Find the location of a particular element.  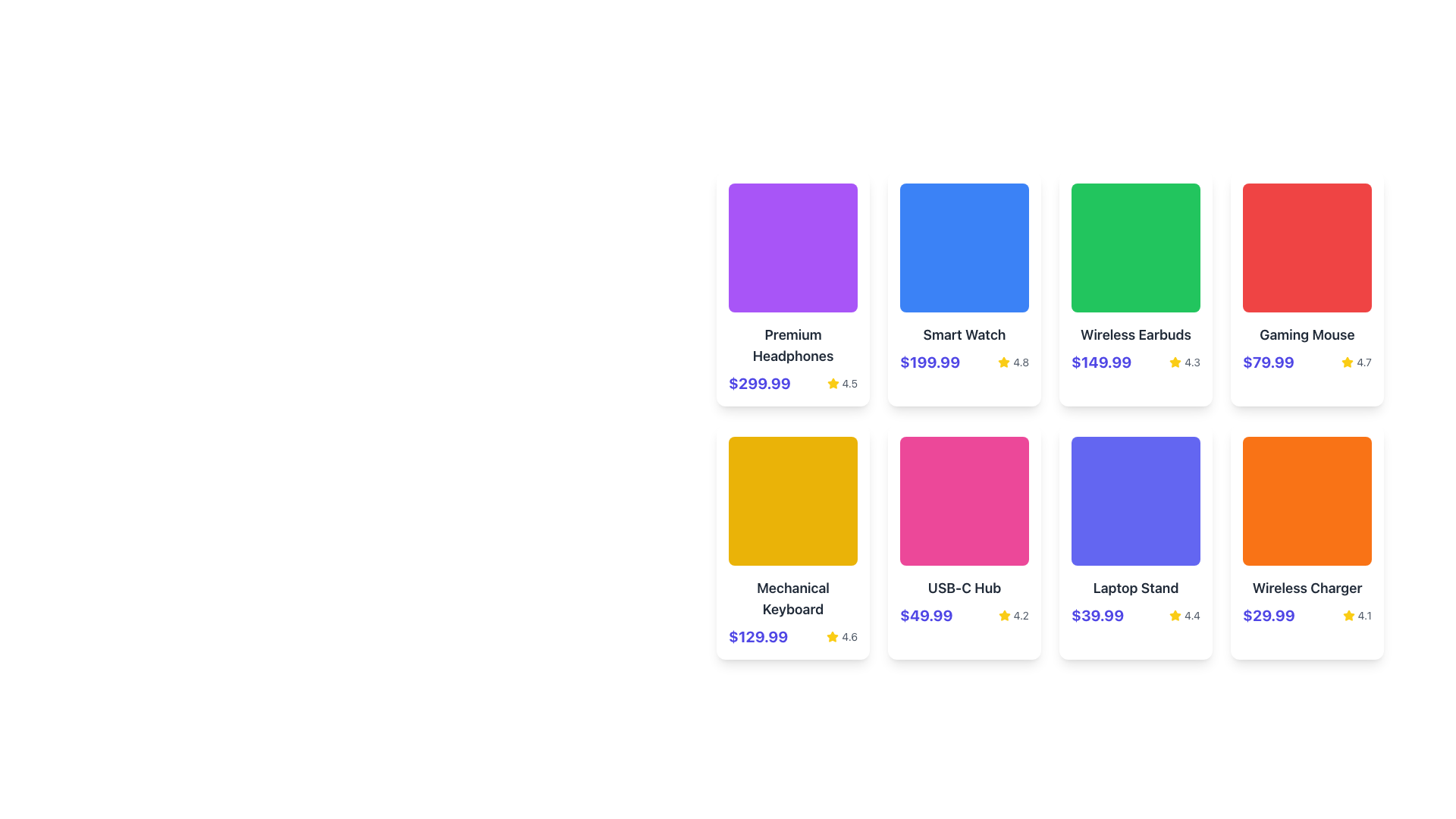

the text label displaying the rating score for the 'Wireless Charger' product, which is located below the price text and adjacent to a yellow star icon is located at coordinates (1364, 616).